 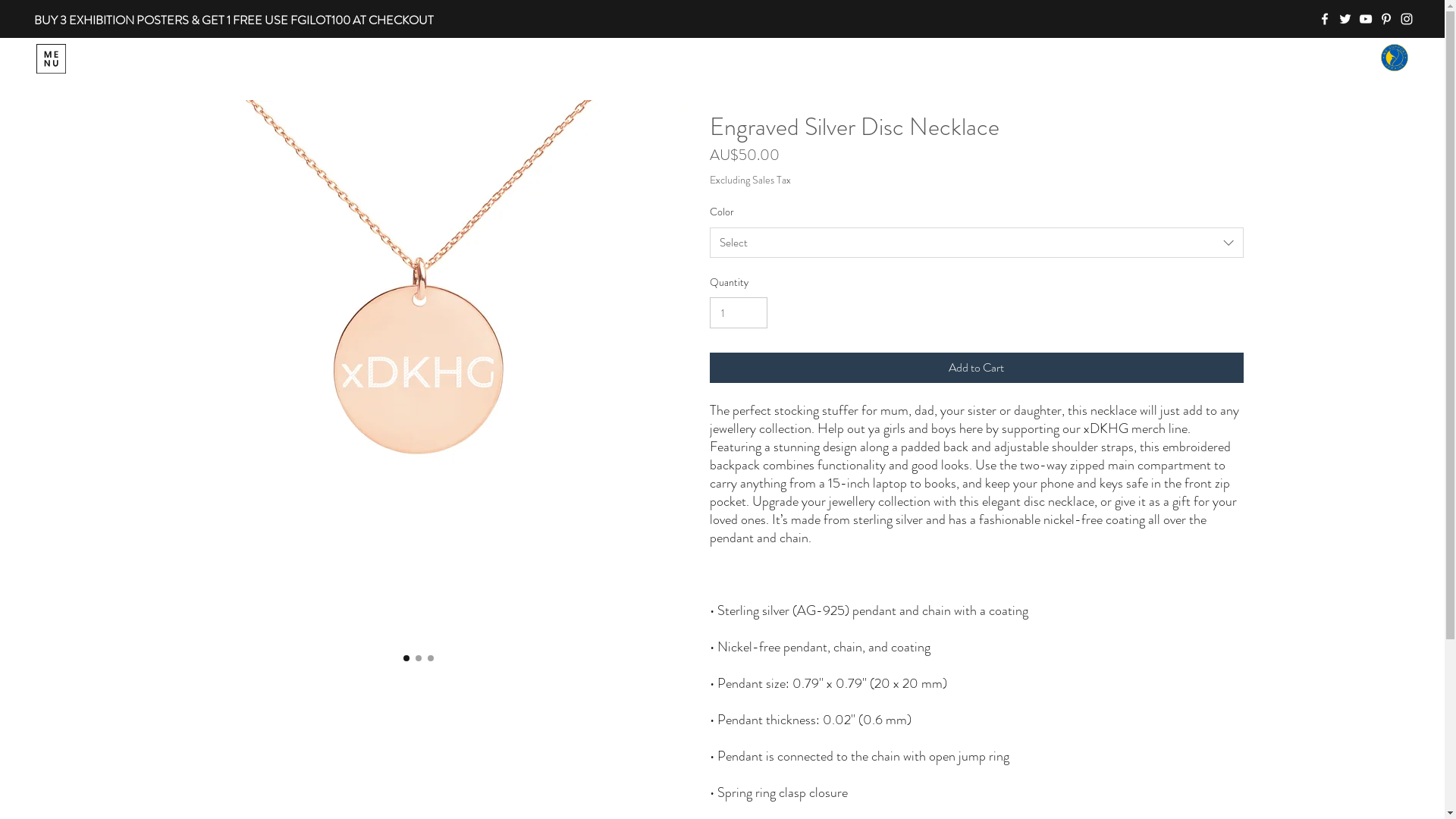 I want to click on 'Select', so click(x=976, y=242).